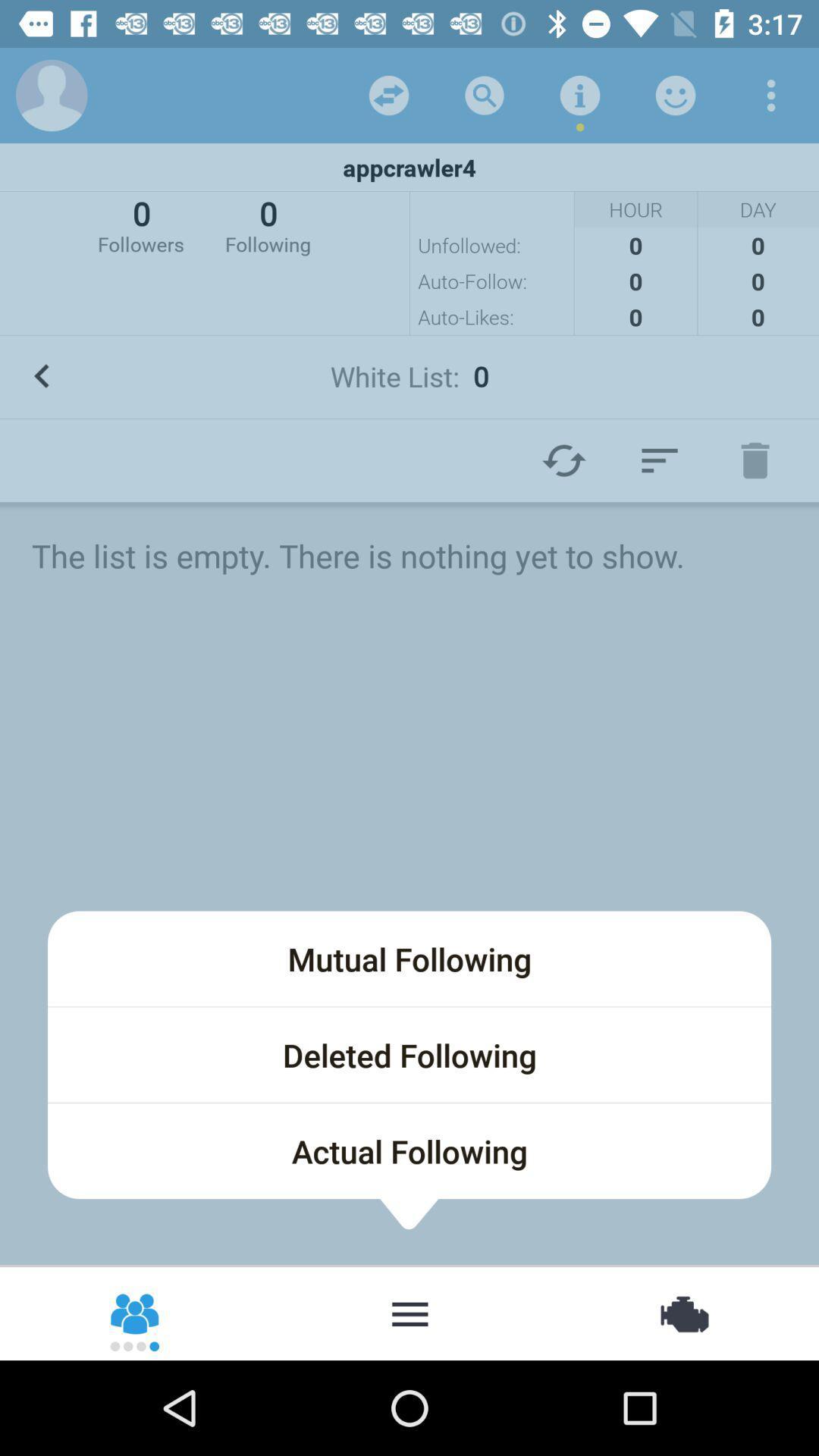  What do you see at coordinates (267, 224) in the screenshot?
I see `0` at bounding box center [267, 224].